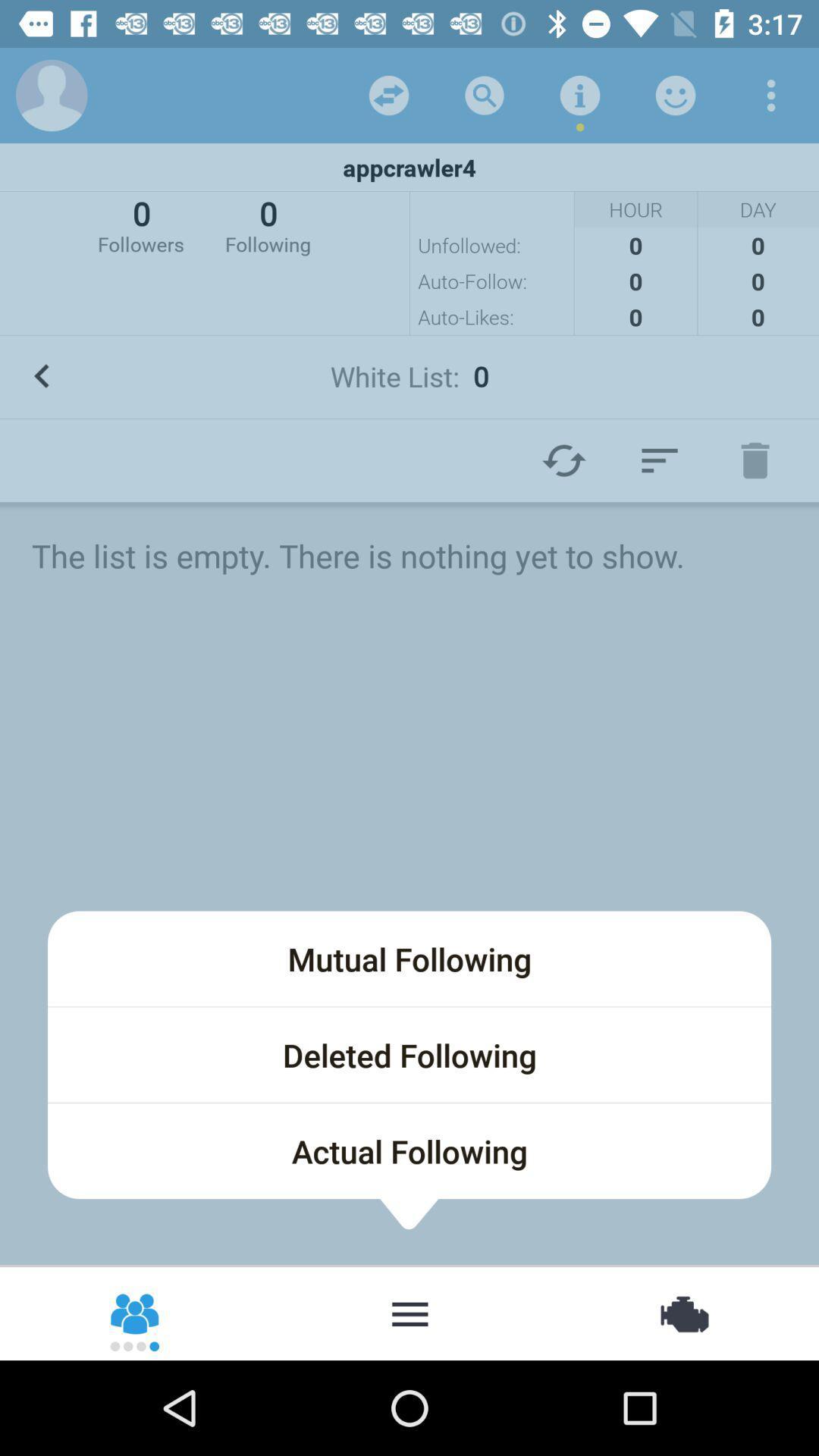  What do you see at coordinates (267, 224) in the screenshot?
I see `0` at bounding box center [267, 224].